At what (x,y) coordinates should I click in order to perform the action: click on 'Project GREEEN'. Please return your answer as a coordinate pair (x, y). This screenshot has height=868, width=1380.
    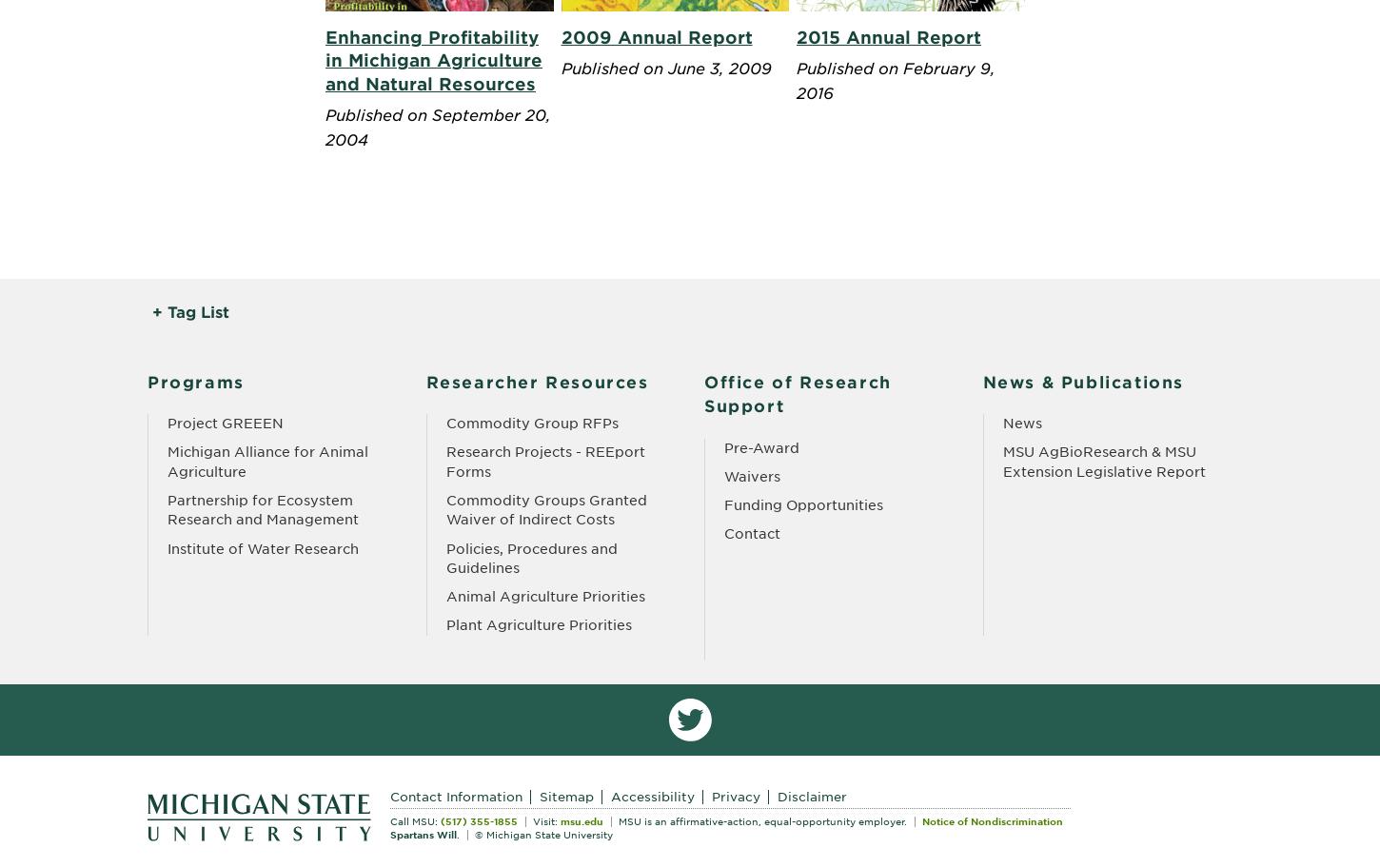
    Looking at the image, I should click on (167, 422).